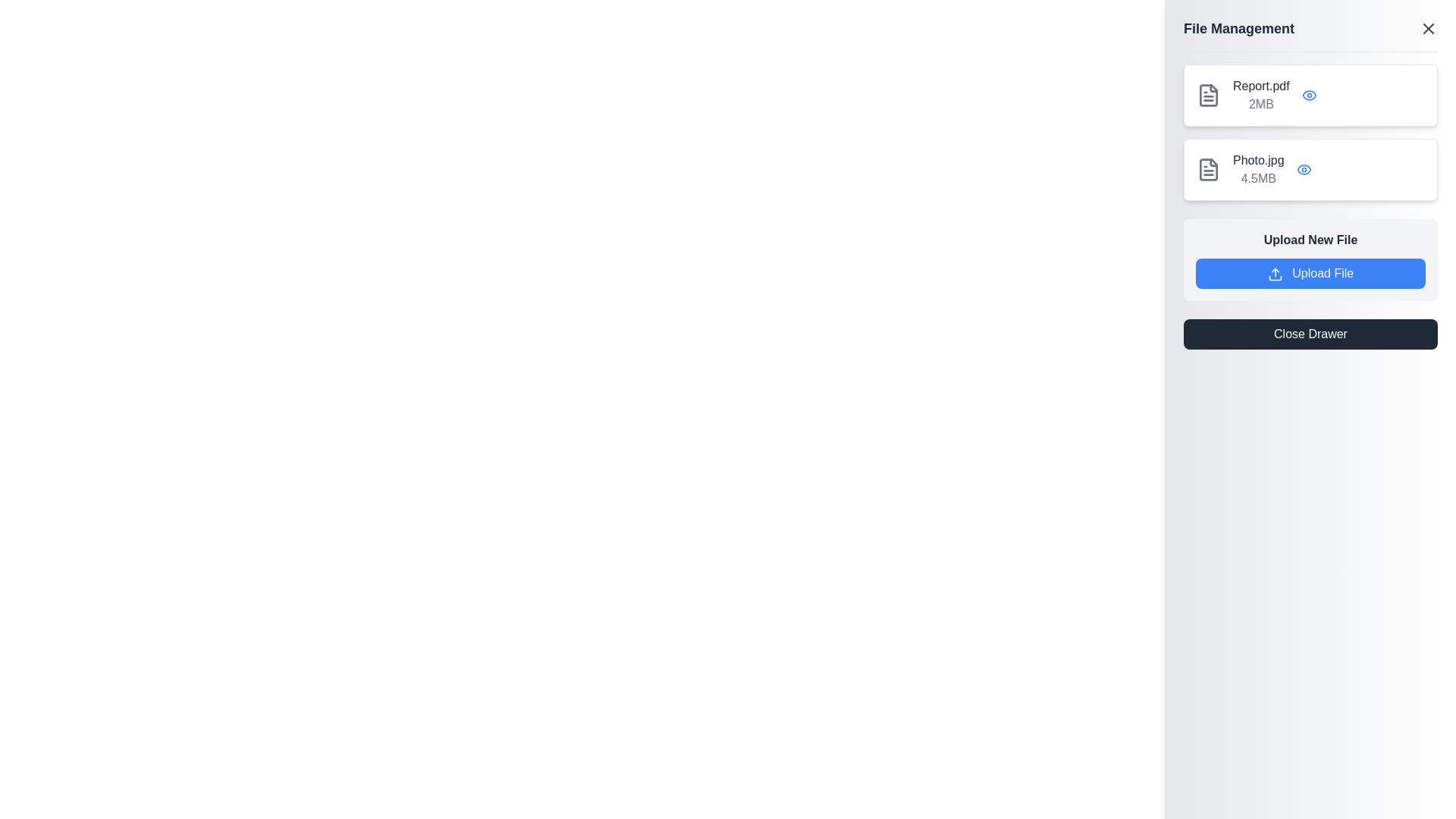 The width and height of the screenshot is (1456, 819). Describe the element at coordinates (1258, 169) in the screenshot. I see `the text label displaying 'Photo.jpg' and '4.5MB' within the file card under 'File Management'` at that location.